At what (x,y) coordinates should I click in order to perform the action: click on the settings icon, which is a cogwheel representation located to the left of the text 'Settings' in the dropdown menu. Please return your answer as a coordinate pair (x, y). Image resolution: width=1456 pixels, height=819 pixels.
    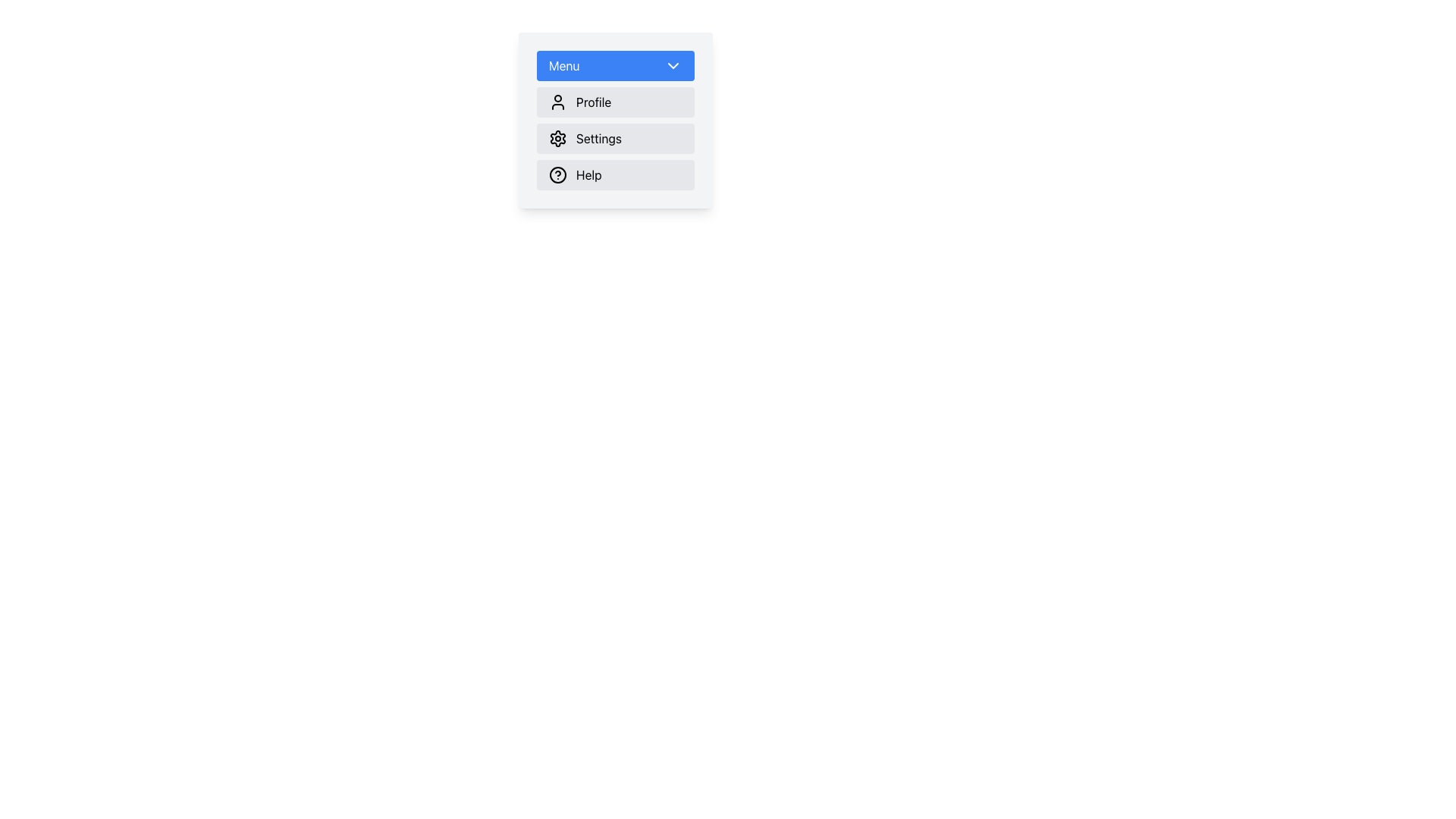
    Looking at the image, I should click on (557, 138).